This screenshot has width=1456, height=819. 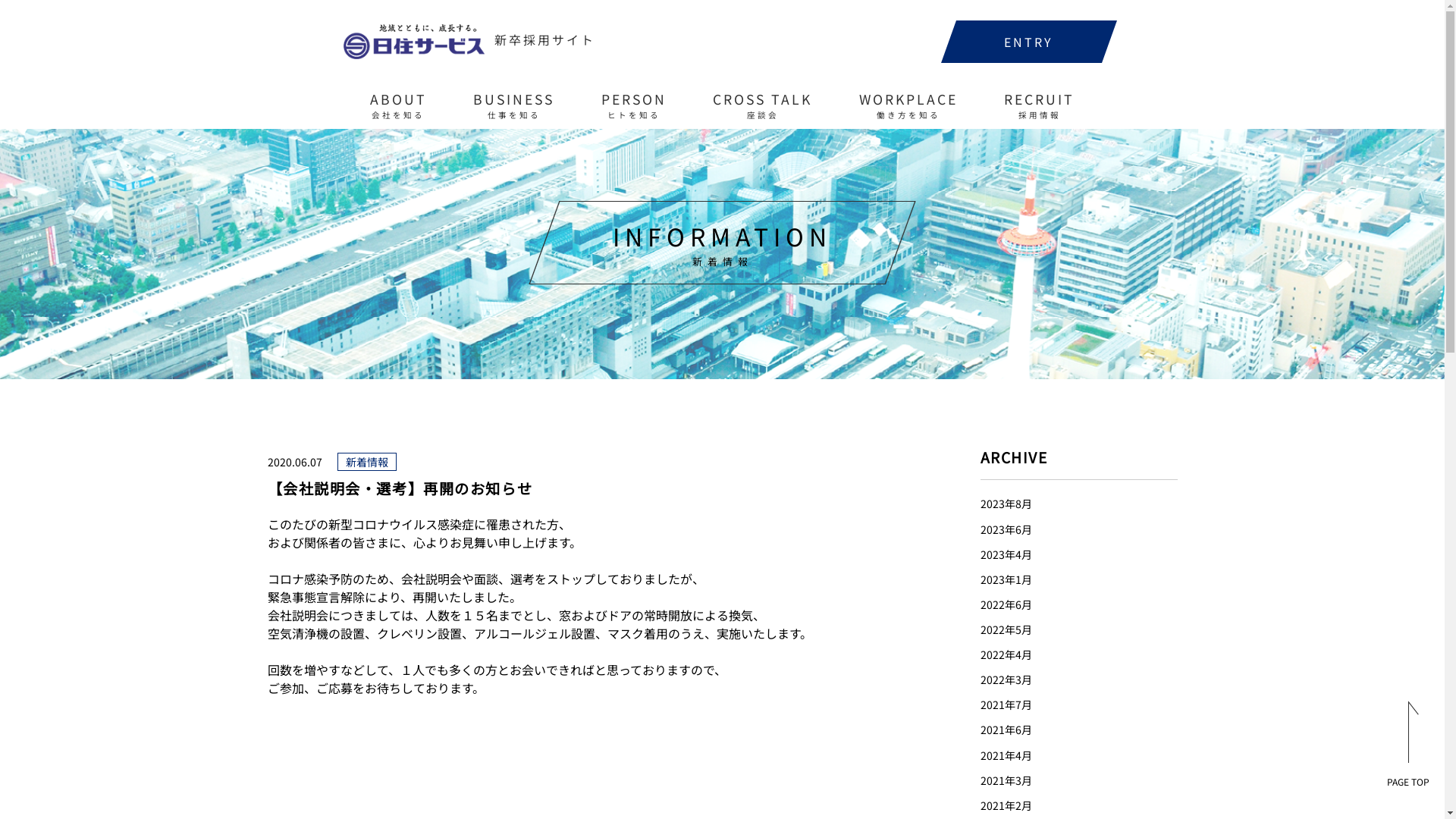 I want to click on 'PAGE TOP', so click(x=1407, y=742).